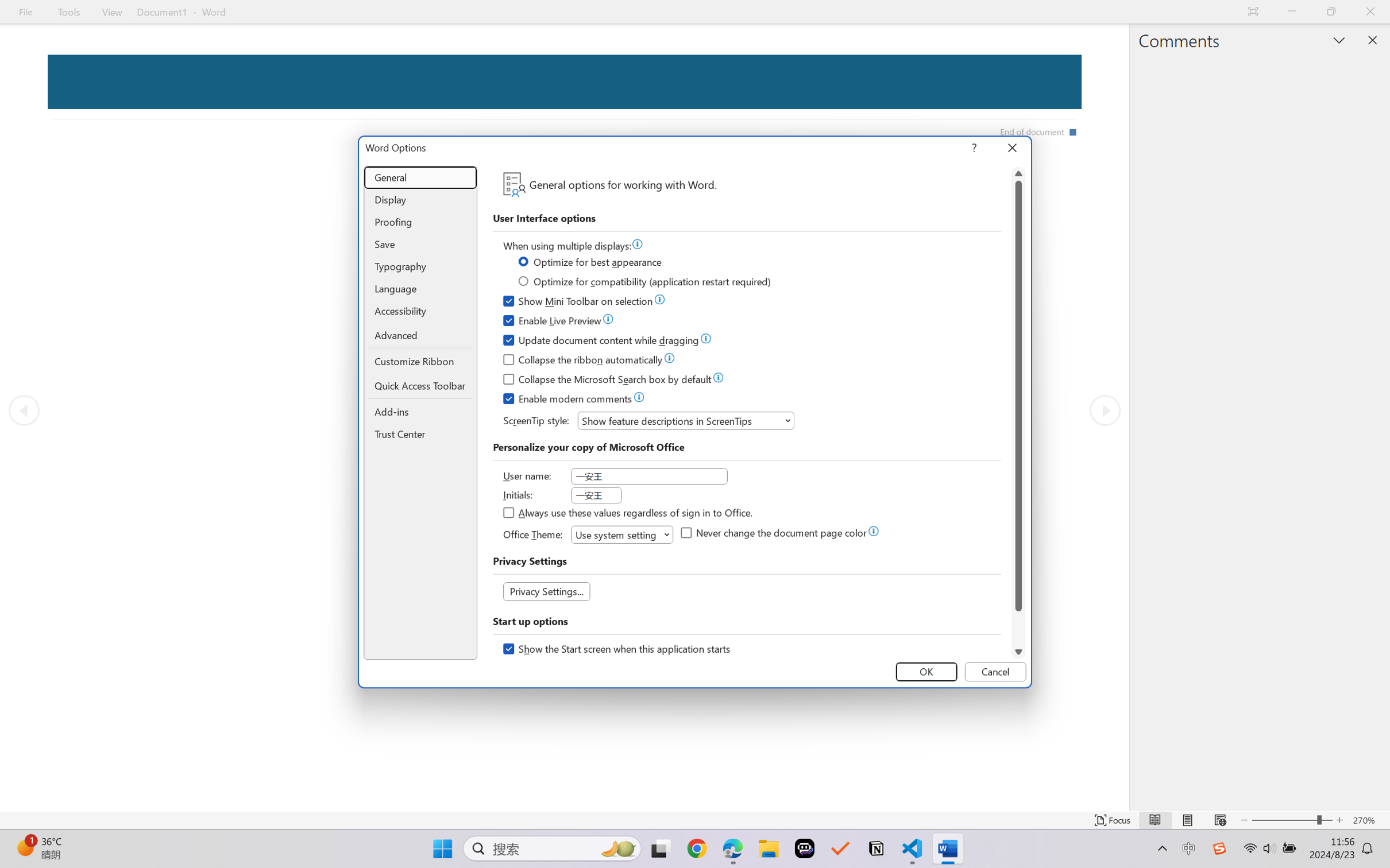  I want to click on 'Increase Text Size', so click(1339, 820).